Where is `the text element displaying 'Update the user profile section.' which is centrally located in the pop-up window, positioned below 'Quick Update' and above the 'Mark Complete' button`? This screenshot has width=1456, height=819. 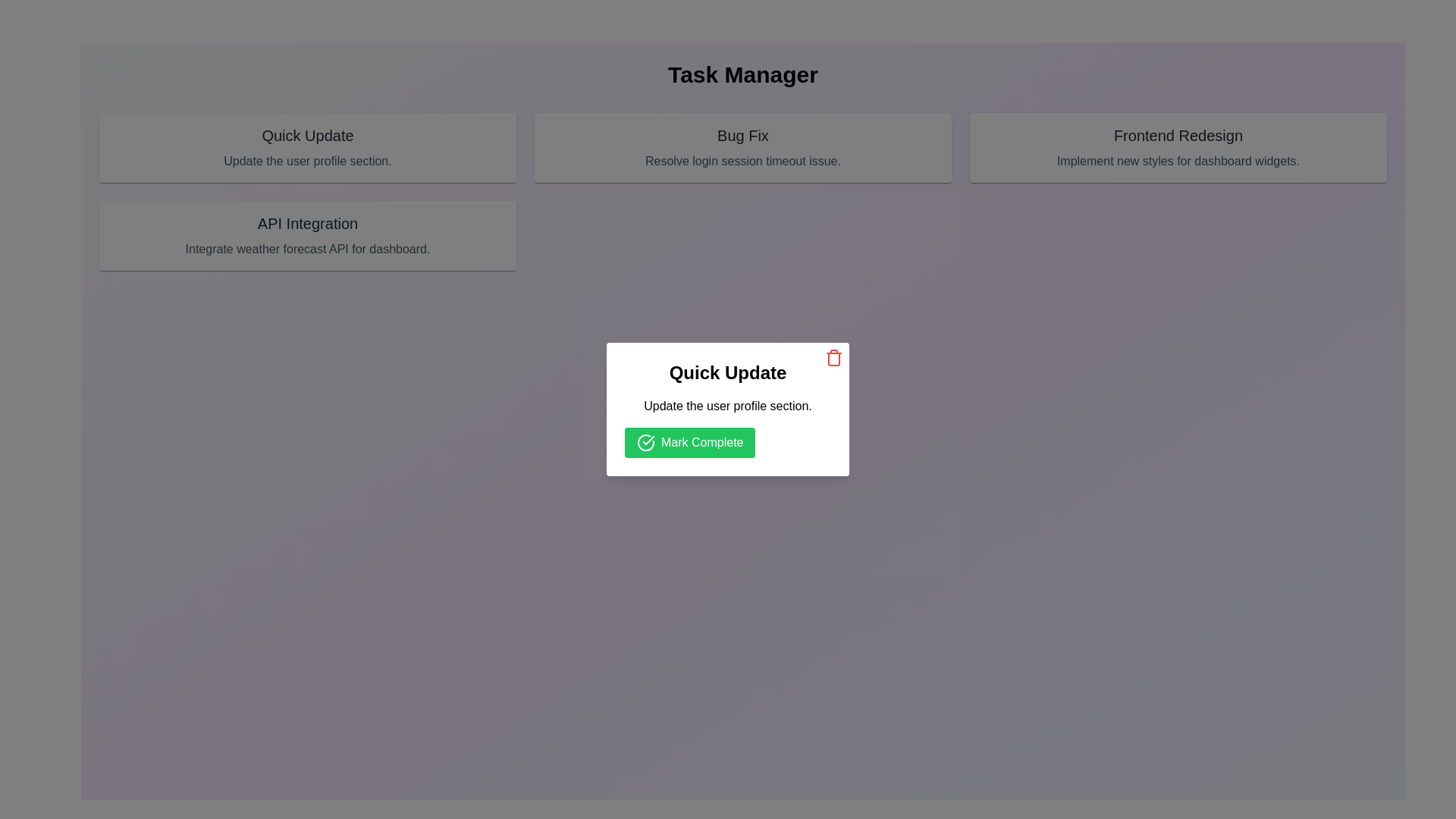 the text element displaying 'Update the user profile section.' which is centrally located in the pop-up window, positioned below 'Quick Update' and above the 'Mark Complete' button is located at coordinates (728, 406).